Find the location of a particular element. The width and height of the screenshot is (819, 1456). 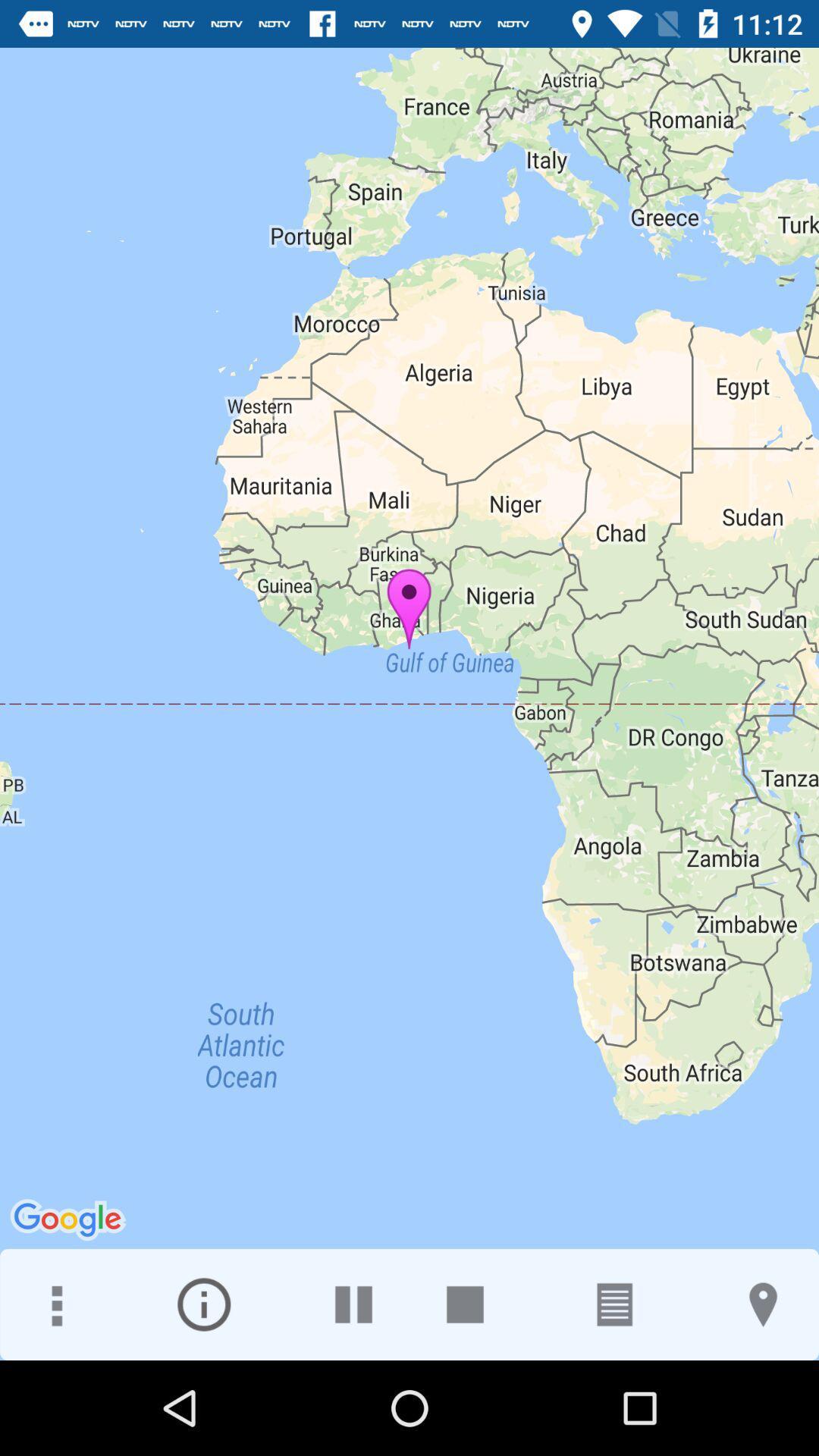

the location icon is located at coordinates (763, 1304).